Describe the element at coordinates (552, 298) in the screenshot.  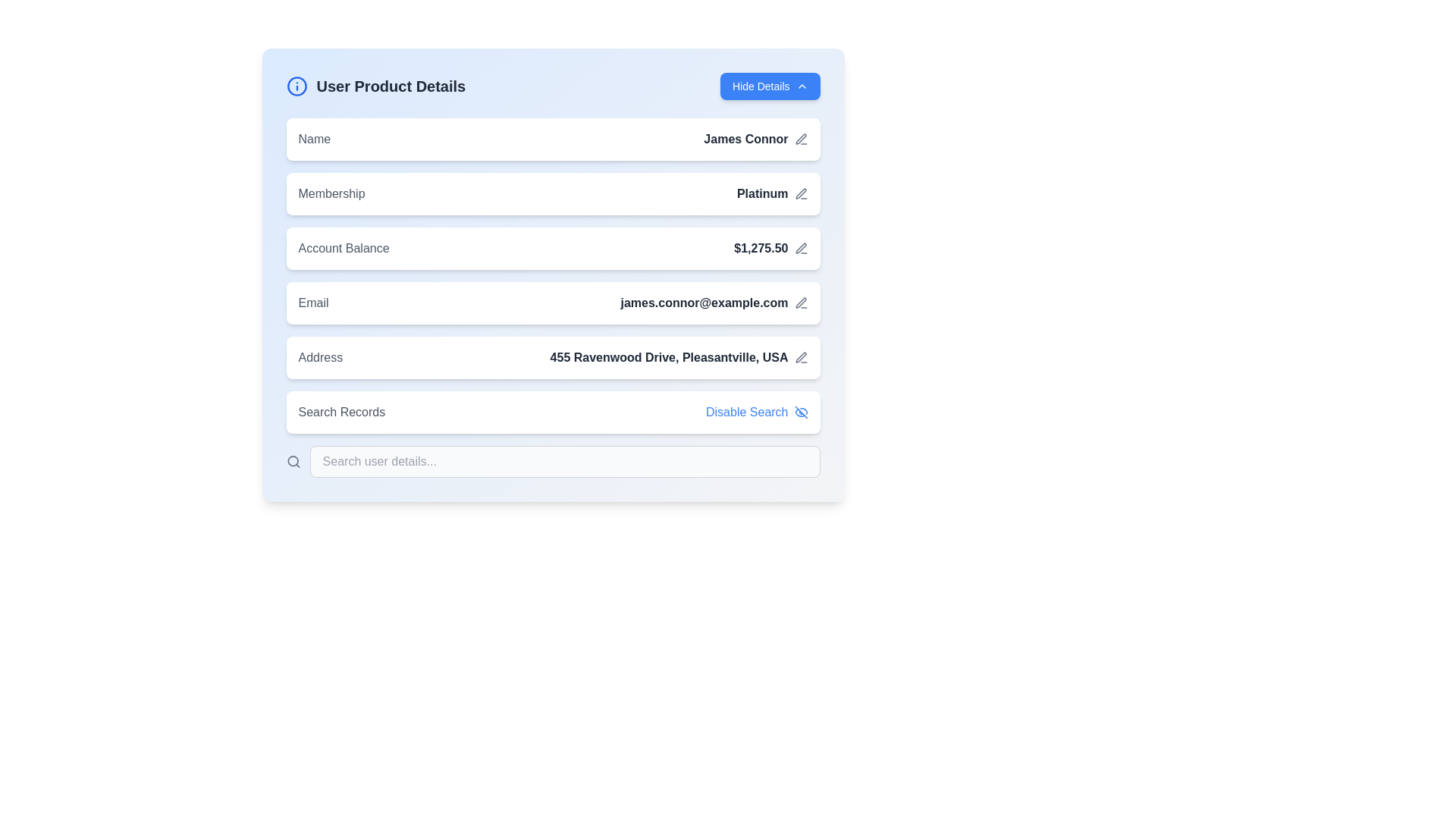
I see `the interactive icons next to the details in the Information display panel to interact with the rows of labeled information such as 'Name', 'Membership', and 'Account Balance'` at that location.